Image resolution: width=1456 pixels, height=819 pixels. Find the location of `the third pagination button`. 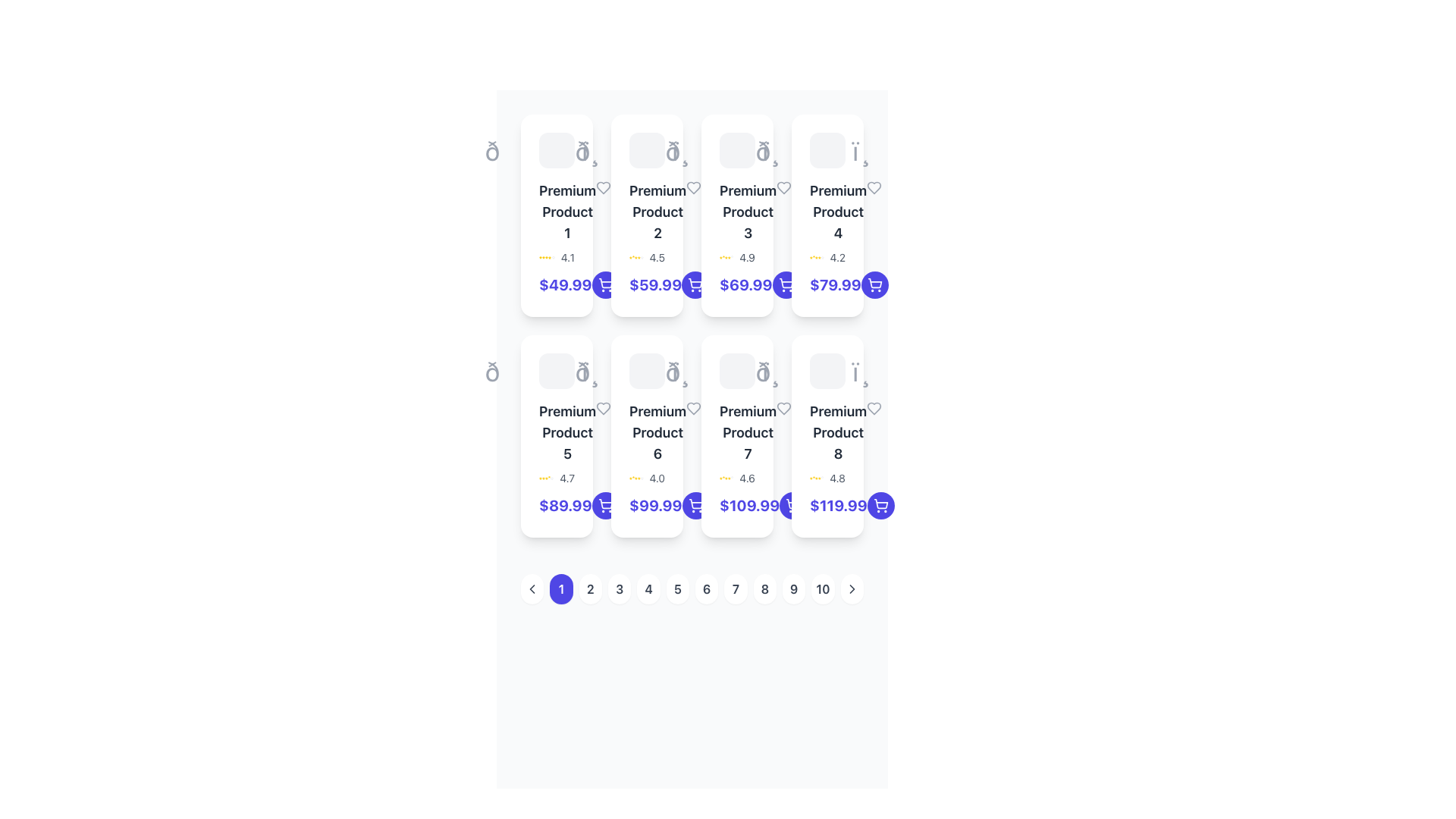

the third pagination button is located at coordinates (620, 588).